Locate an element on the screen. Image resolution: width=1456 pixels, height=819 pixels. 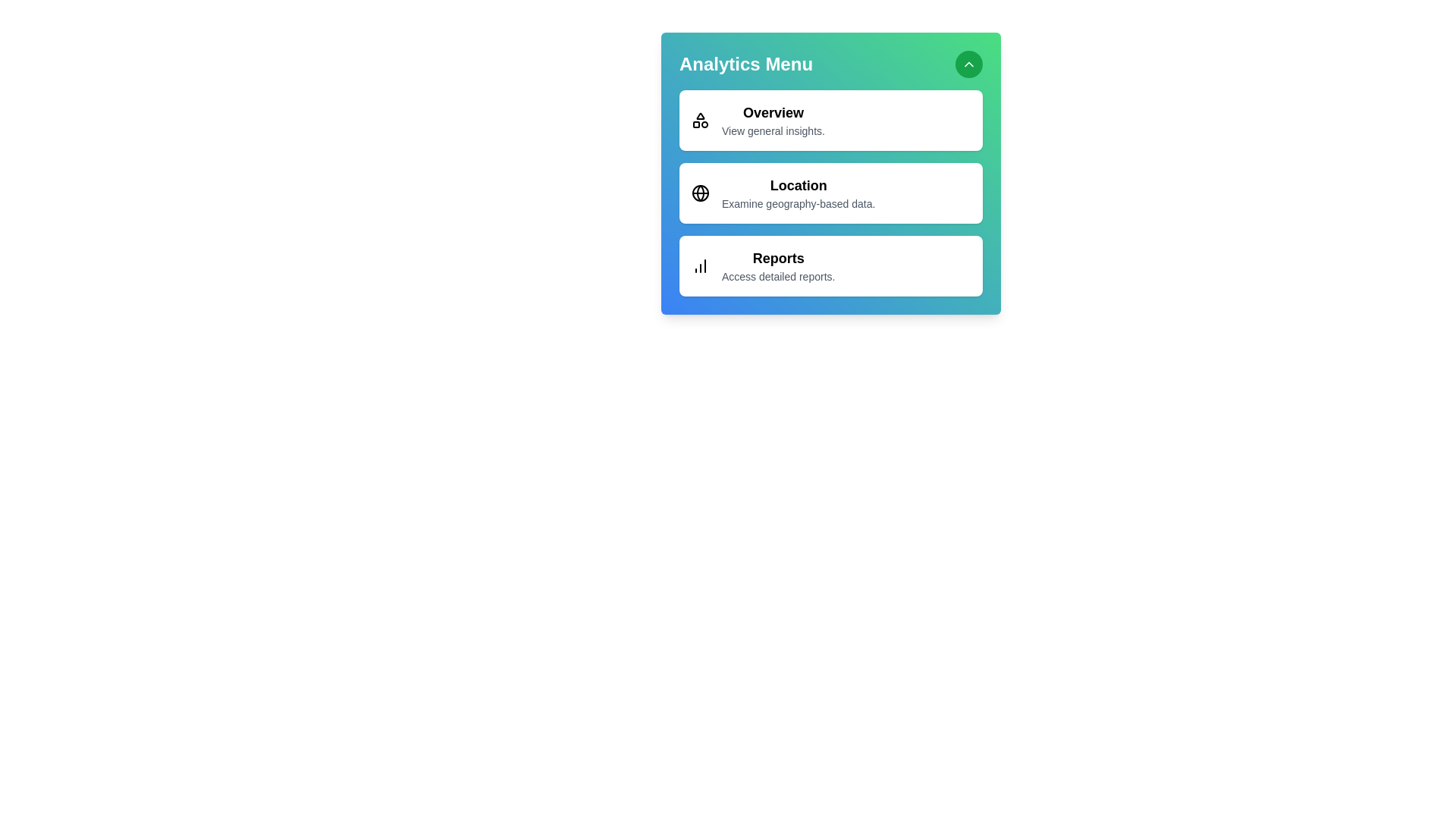
the menu item Reports to navigate to its associated section is located at coordinates (830, 265).